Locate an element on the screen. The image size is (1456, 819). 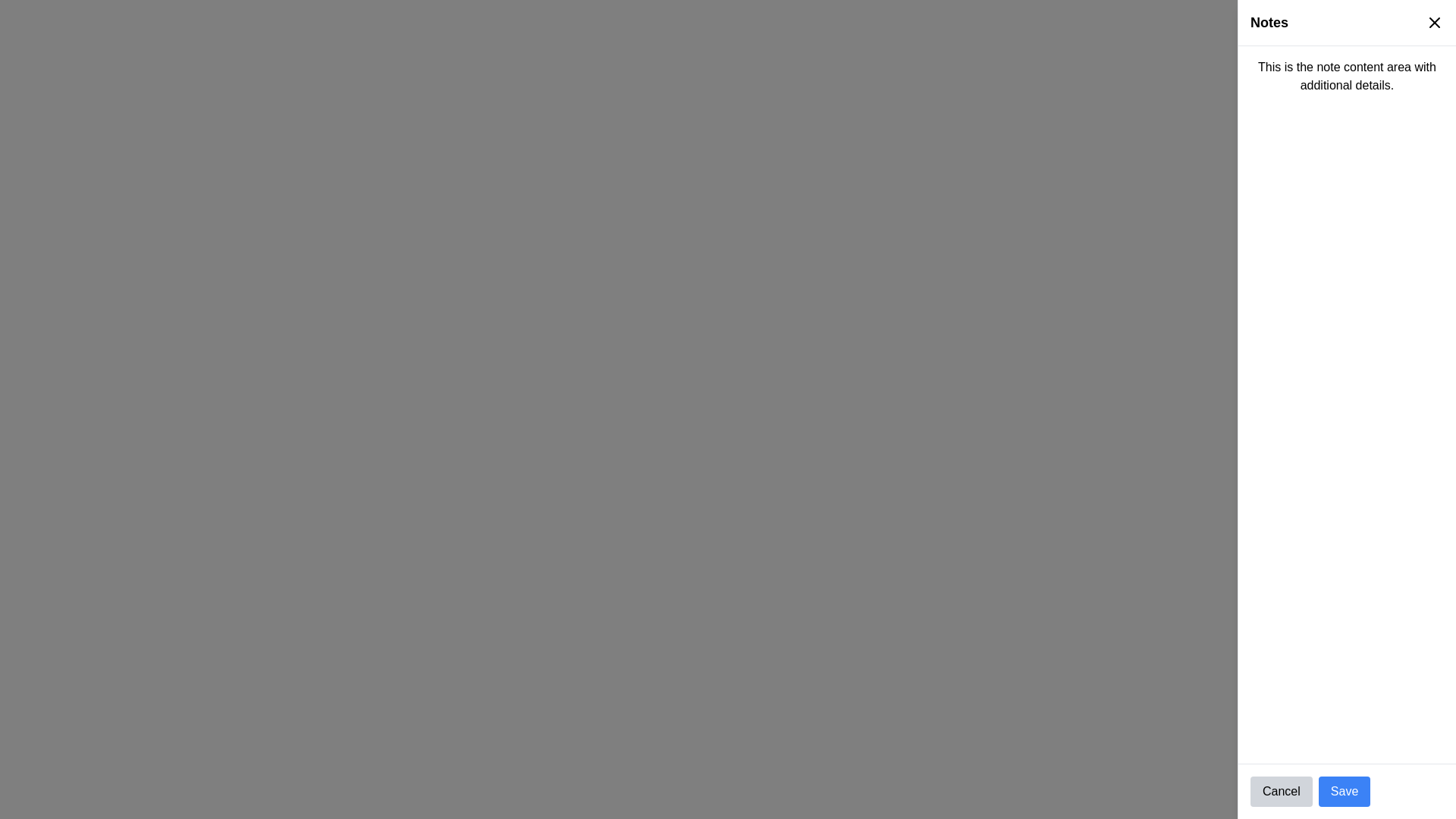
the cancel button located in the lower-right corner of the interface to observe any hover effects that may be implemented is located at coordinates (1280, 791).